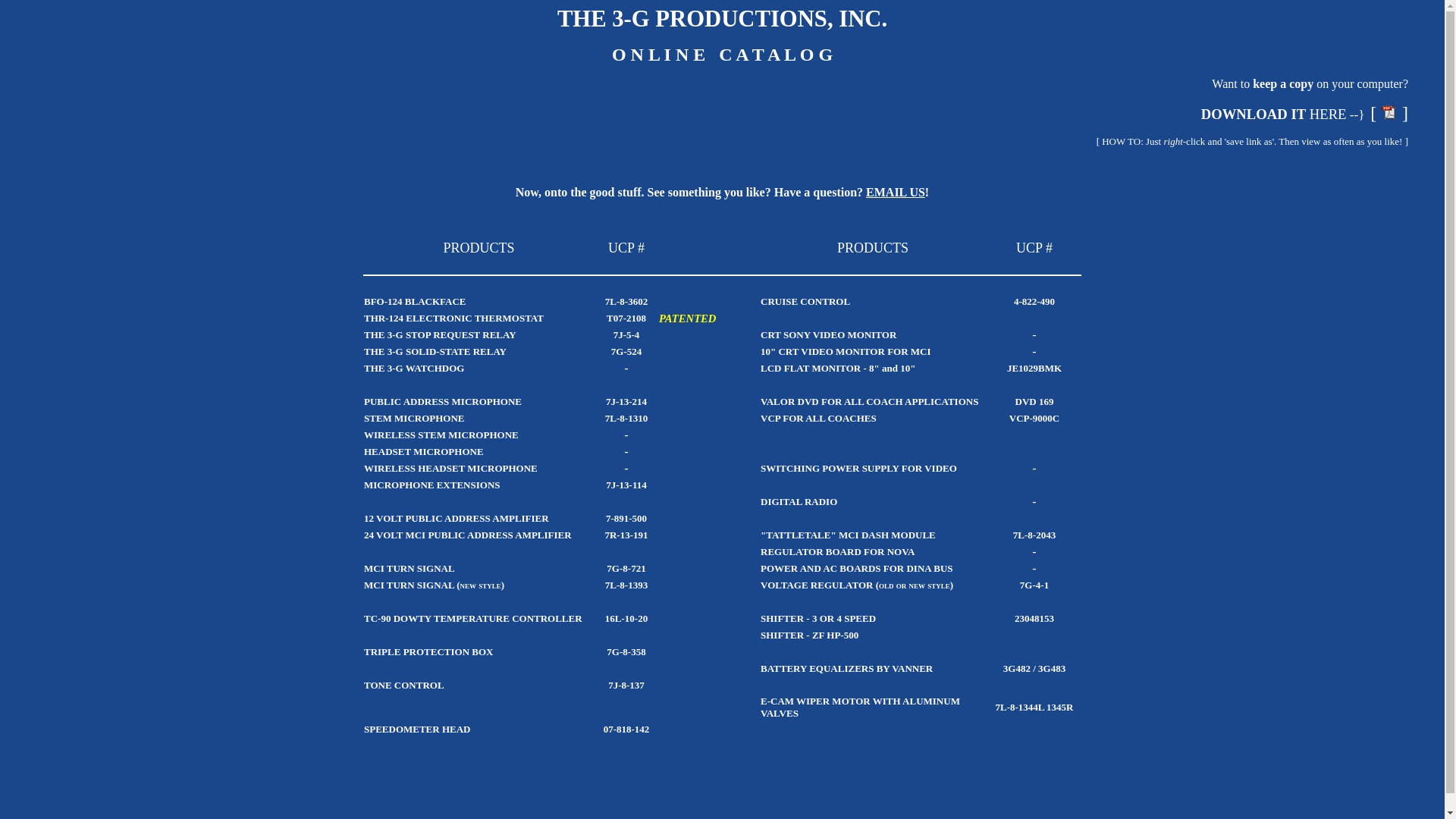 This screenshot has height=819, width=1456. I want to click on '24 VOLT MCI PUBLIC ADDRESS', so click(438, 534).